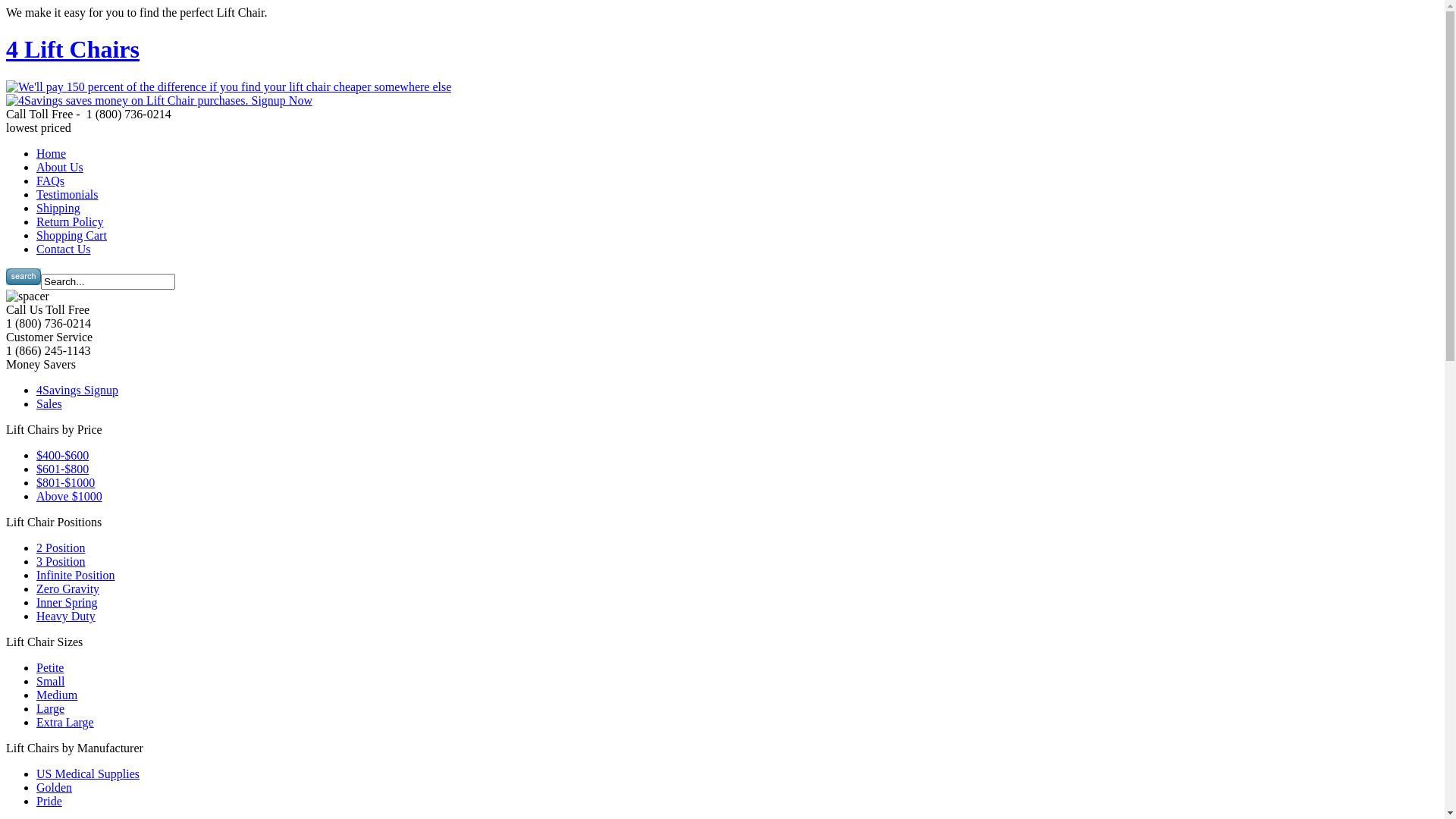  Describe the element at coordinates (75, 575) in the screenshot. I see `'Infinite Position'` at that location.